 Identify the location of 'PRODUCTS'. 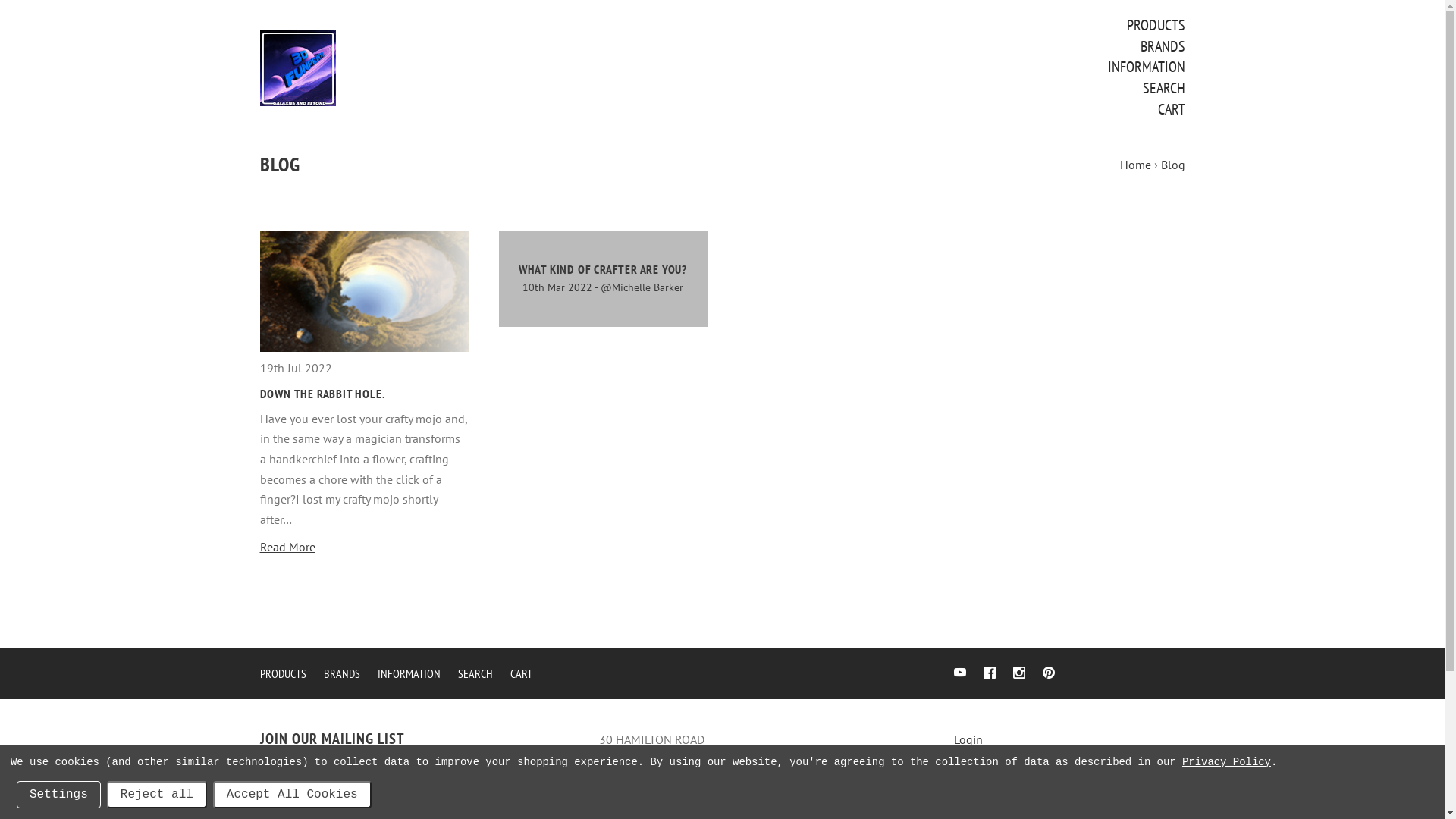
(1155, 25).